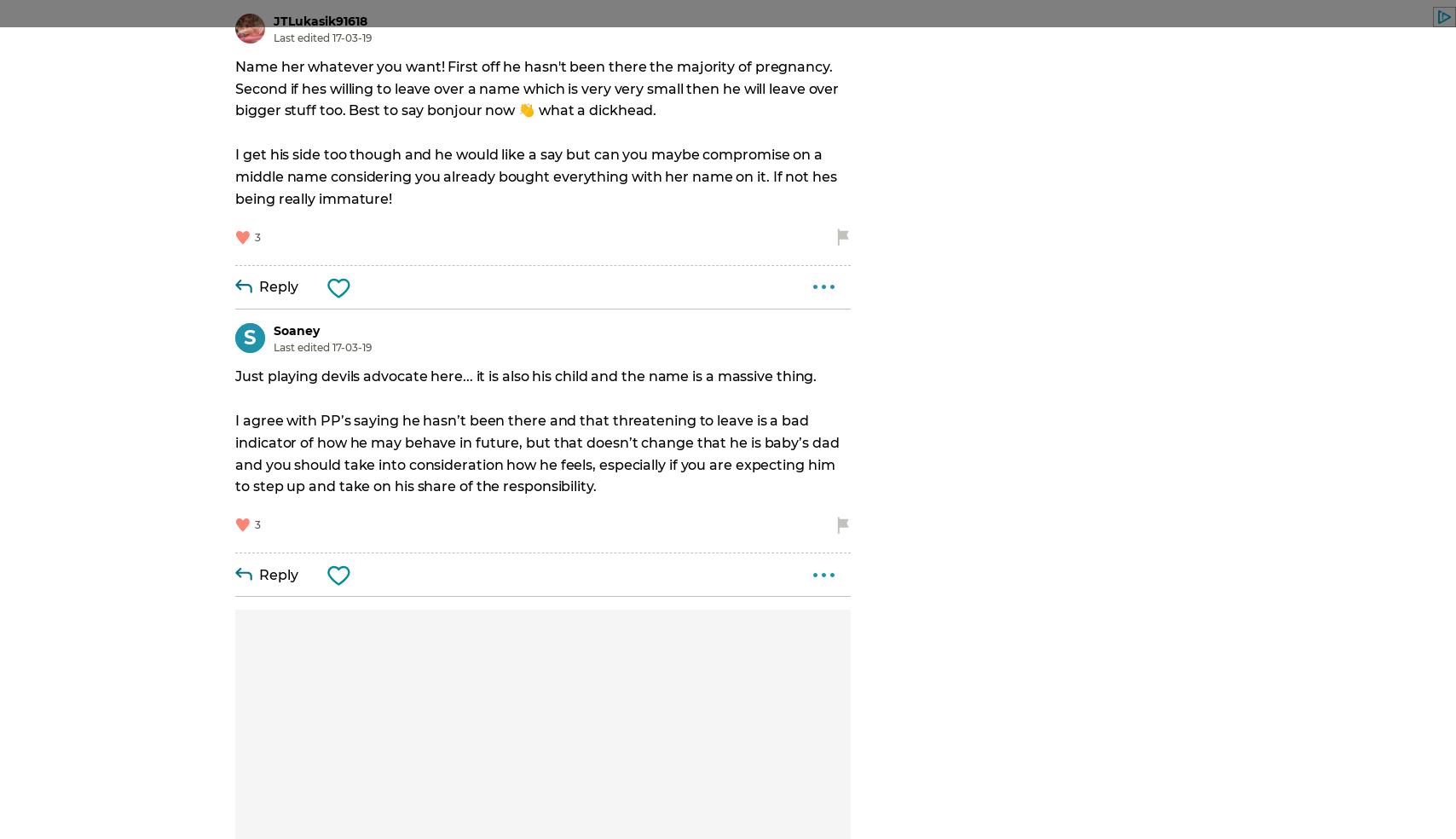 The width and height of the screenshot is (1456, 839). Describe the element at coordinates (537, 176) in the screenshot. I see `'I get his side too though and he would like a say but can you maybe compromise on a middle name considering you already bought everything with her name on it. If not hes being really immature!'` at that location.